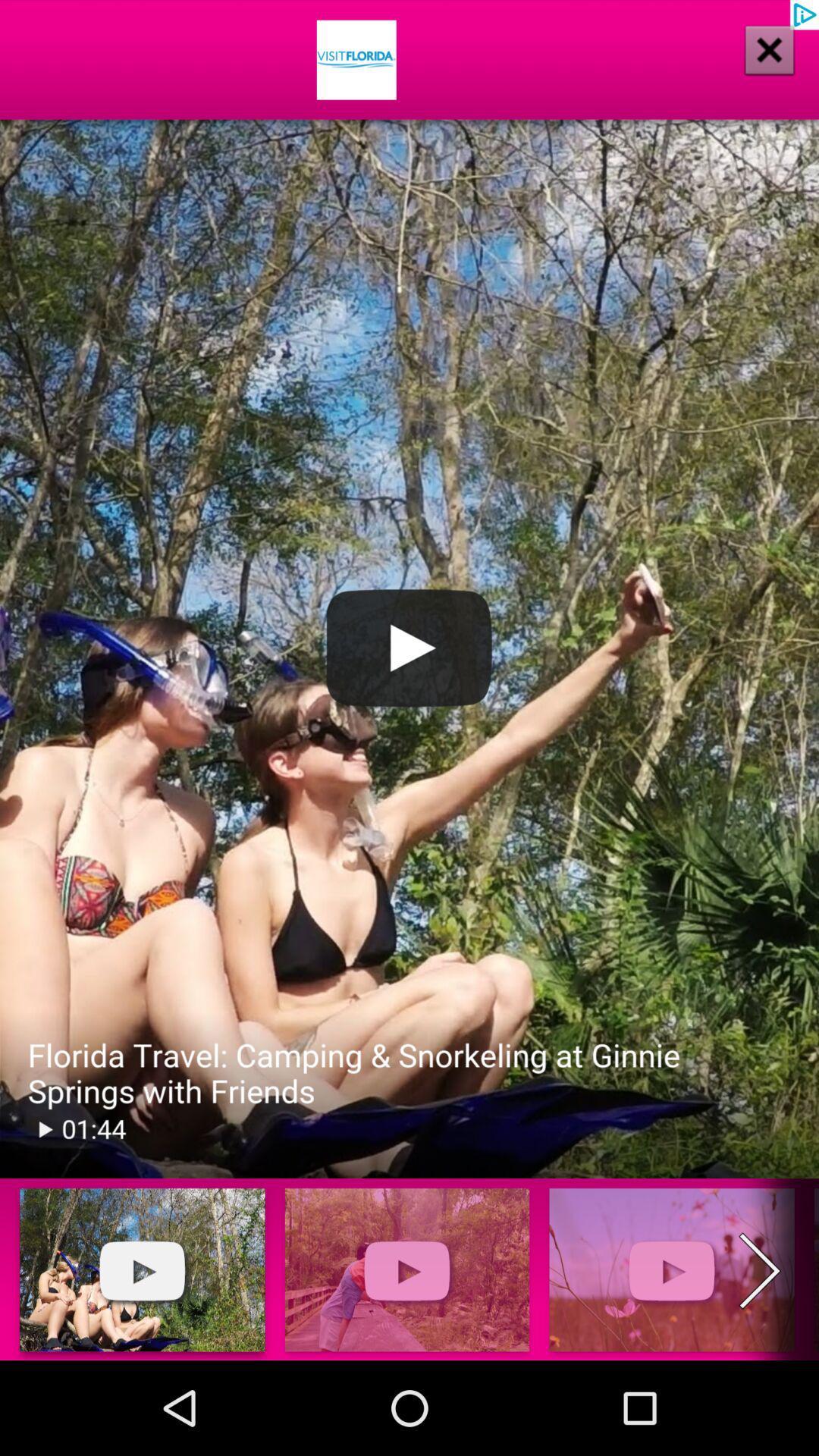  What do you see at coordinates (769, 49) in the screenshot?
I see `the close icon` at bounding box center [769, 49].